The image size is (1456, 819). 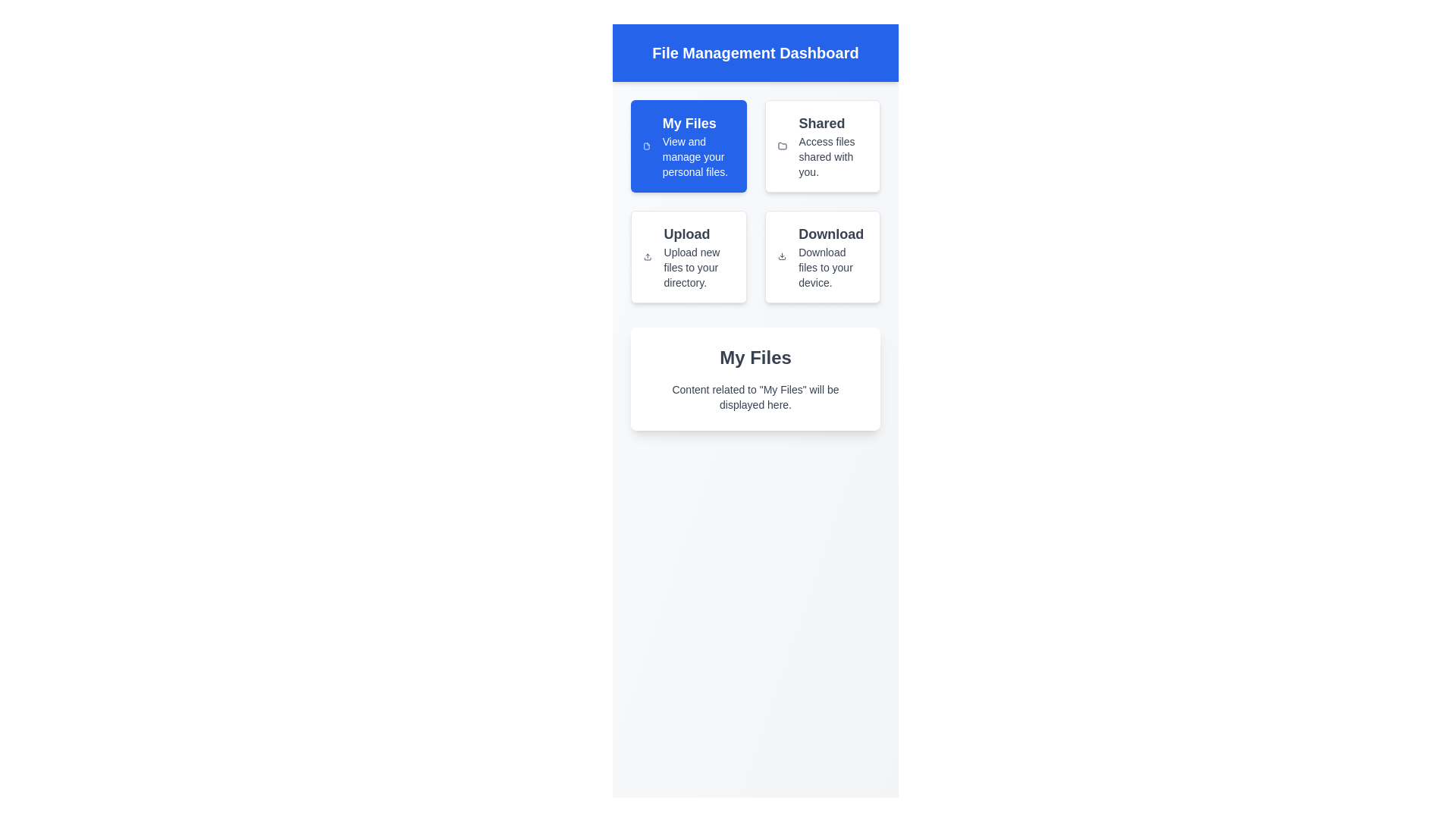 I want to click on informative text positioned below the 'My Files' heading in the application, so click(x=755, y=397).